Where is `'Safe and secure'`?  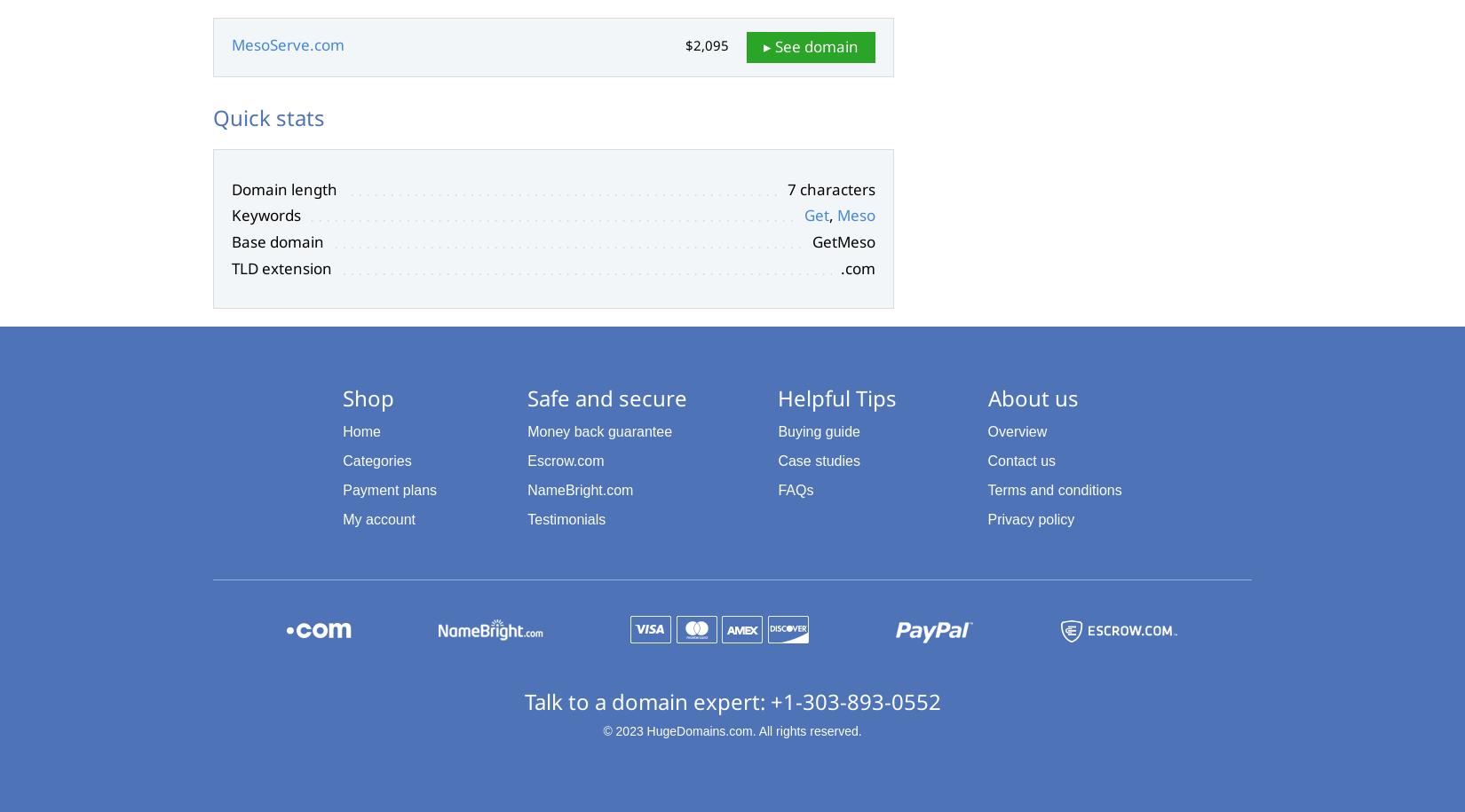 'Safe and secure' is located at coordinates (606, 398).